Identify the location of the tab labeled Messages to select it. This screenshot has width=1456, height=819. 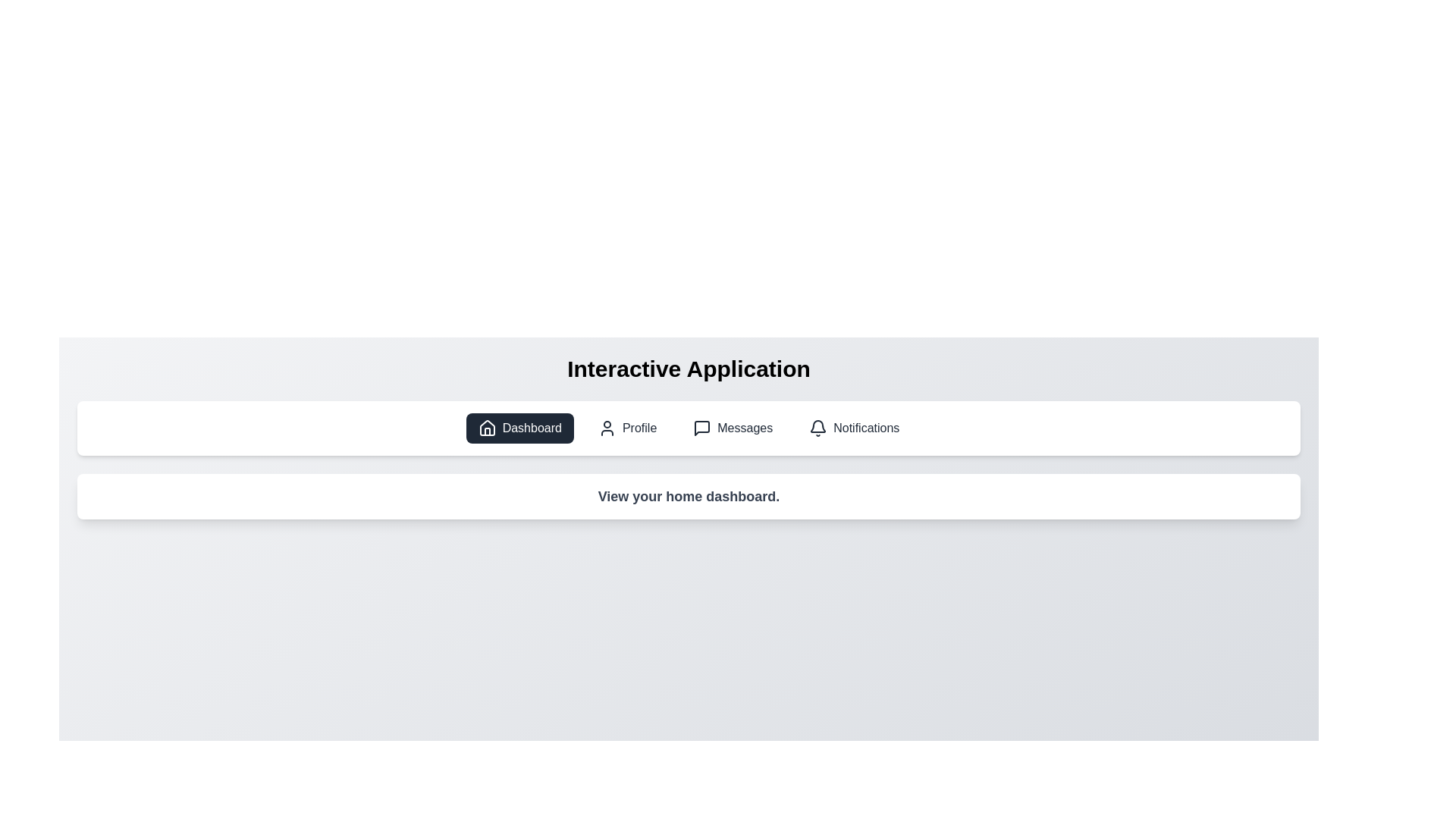
(733, 428).